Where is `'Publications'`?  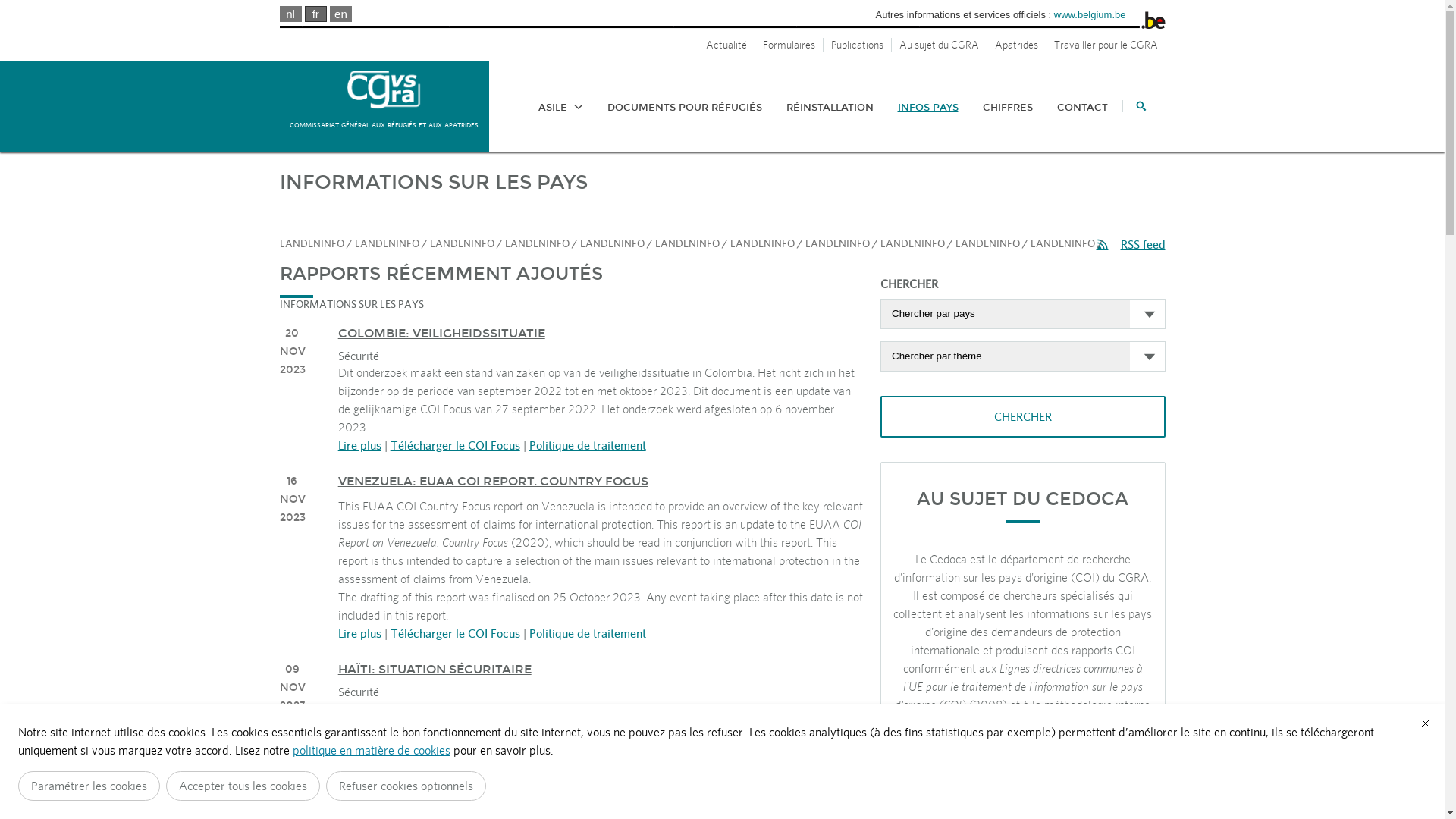
'Publications' is located at coordinates (858, 43).